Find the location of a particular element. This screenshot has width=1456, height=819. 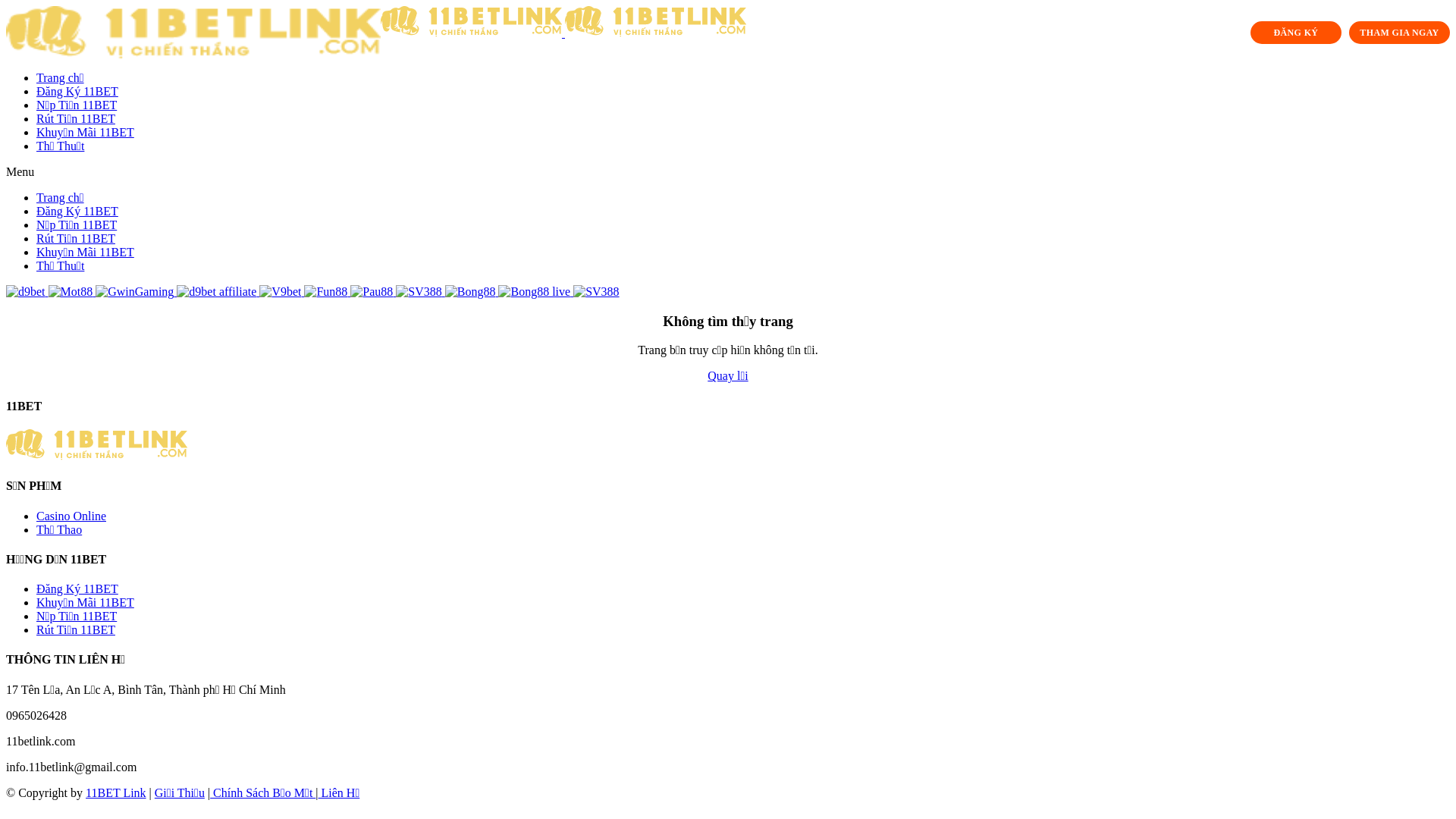

'V9bet' is located at coordinates (281, 291).